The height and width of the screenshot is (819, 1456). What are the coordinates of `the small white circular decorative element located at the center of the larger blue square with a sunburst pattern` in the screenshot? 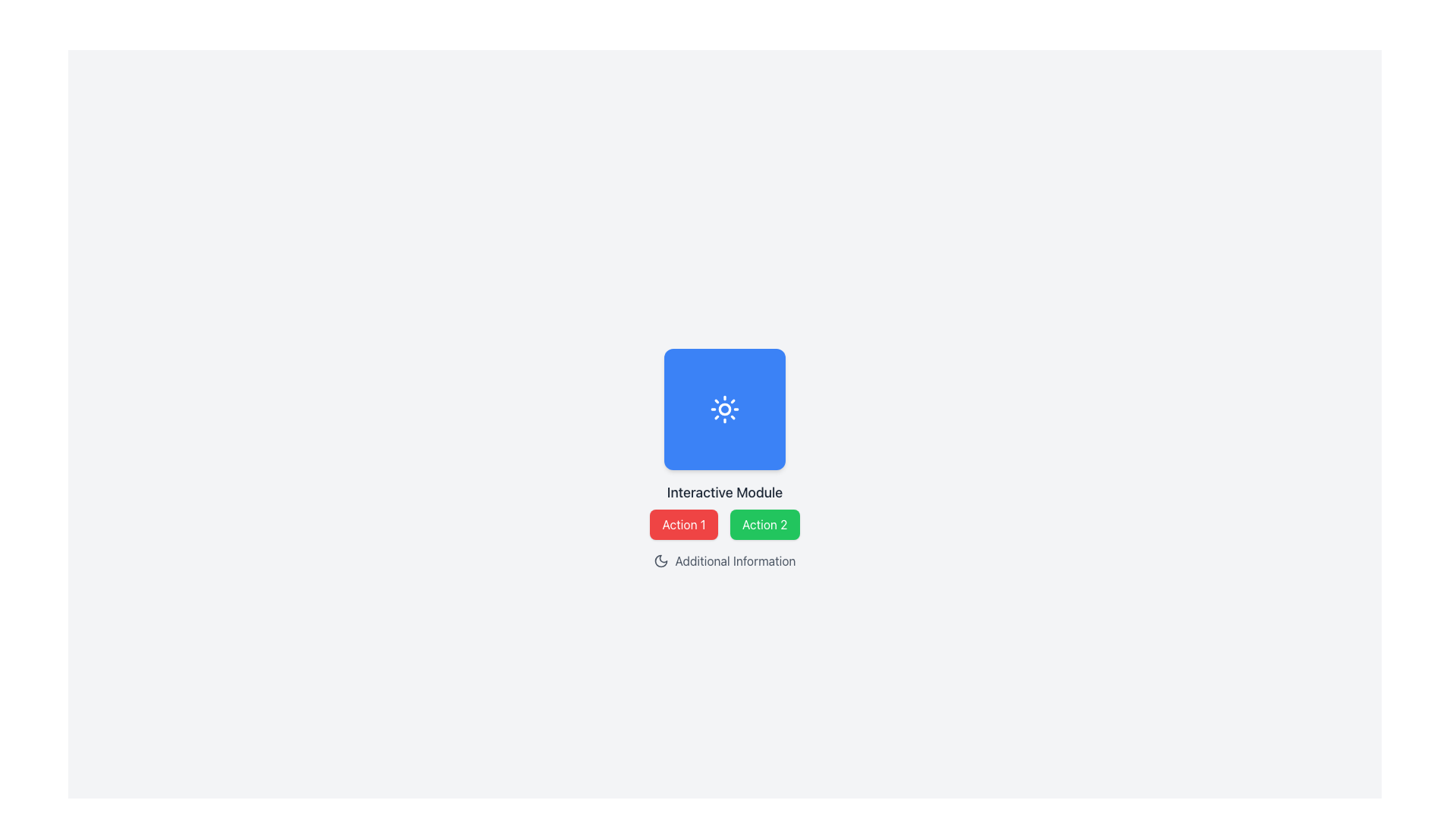 It's located at (723, 409).